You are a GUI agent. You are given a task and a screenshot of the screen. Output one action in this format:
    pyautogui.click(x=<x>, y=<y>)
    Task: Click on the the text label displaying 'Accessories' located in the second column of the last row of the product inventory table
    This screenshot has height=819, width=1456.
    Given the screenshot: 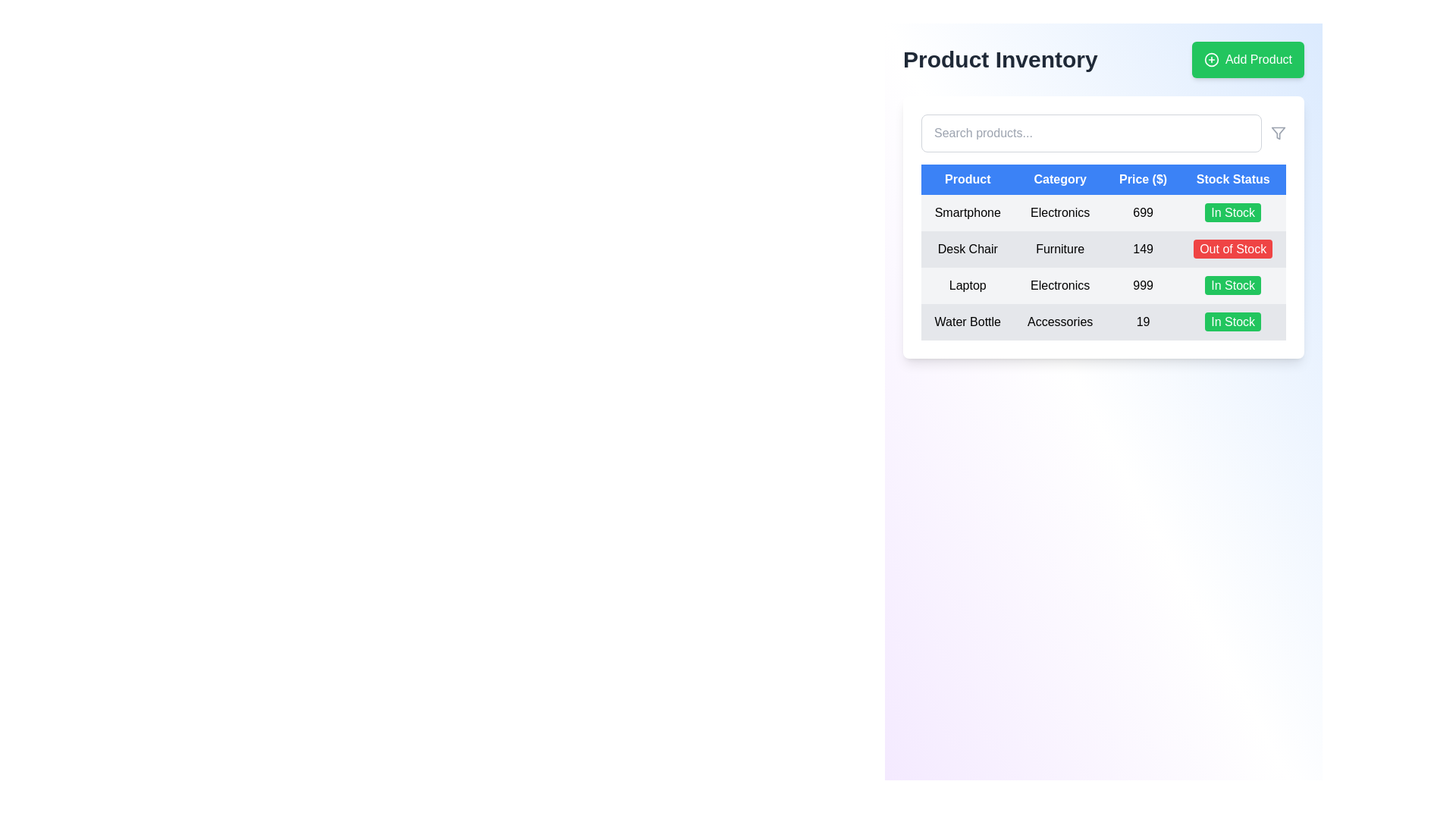 What is the action you would take?
    pyautogui.click(x=1059, y=321)
    